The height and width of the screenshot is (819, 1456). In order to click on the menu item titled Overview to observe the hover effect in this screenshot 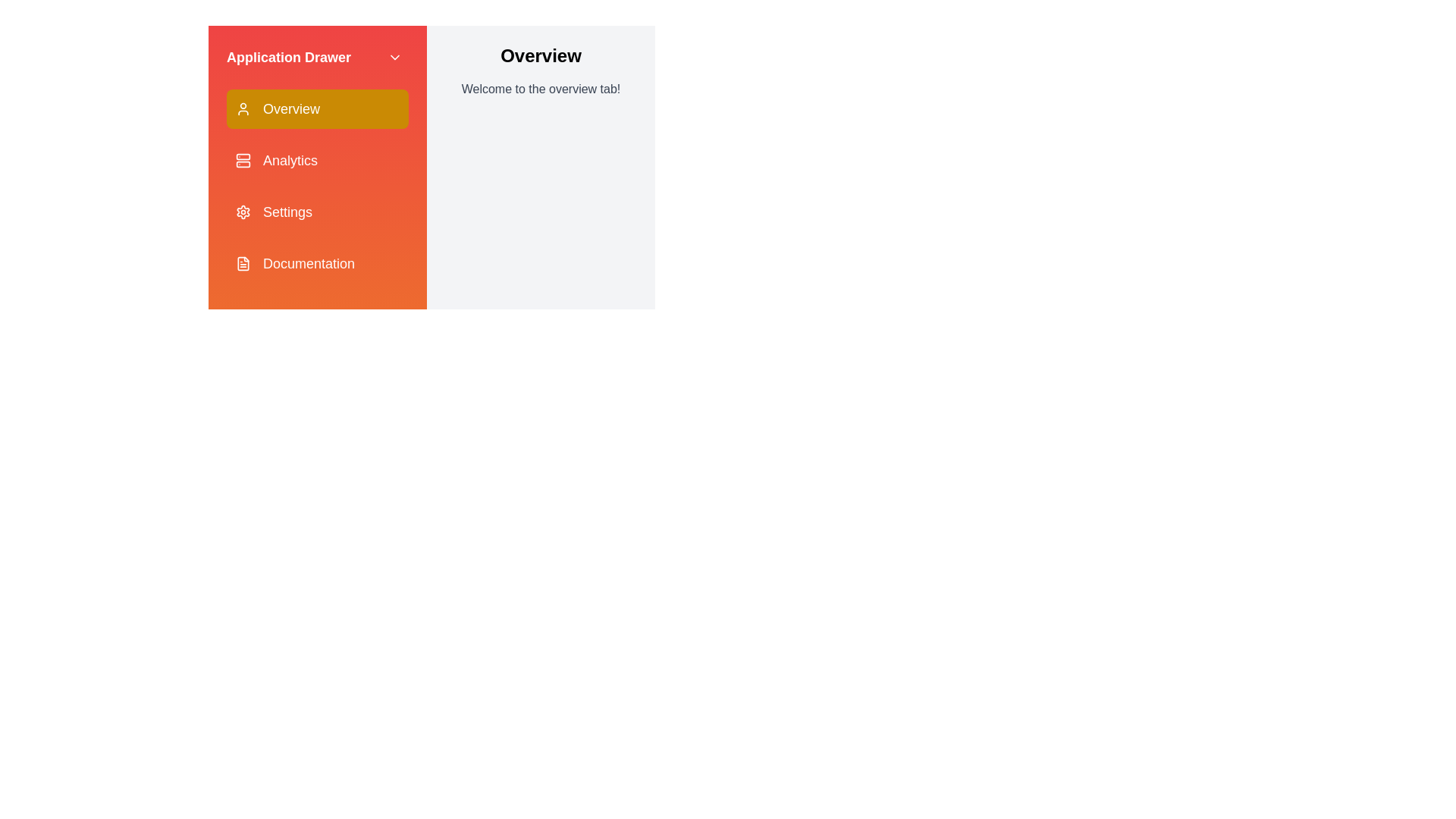, I will do `click(316, 108)`.